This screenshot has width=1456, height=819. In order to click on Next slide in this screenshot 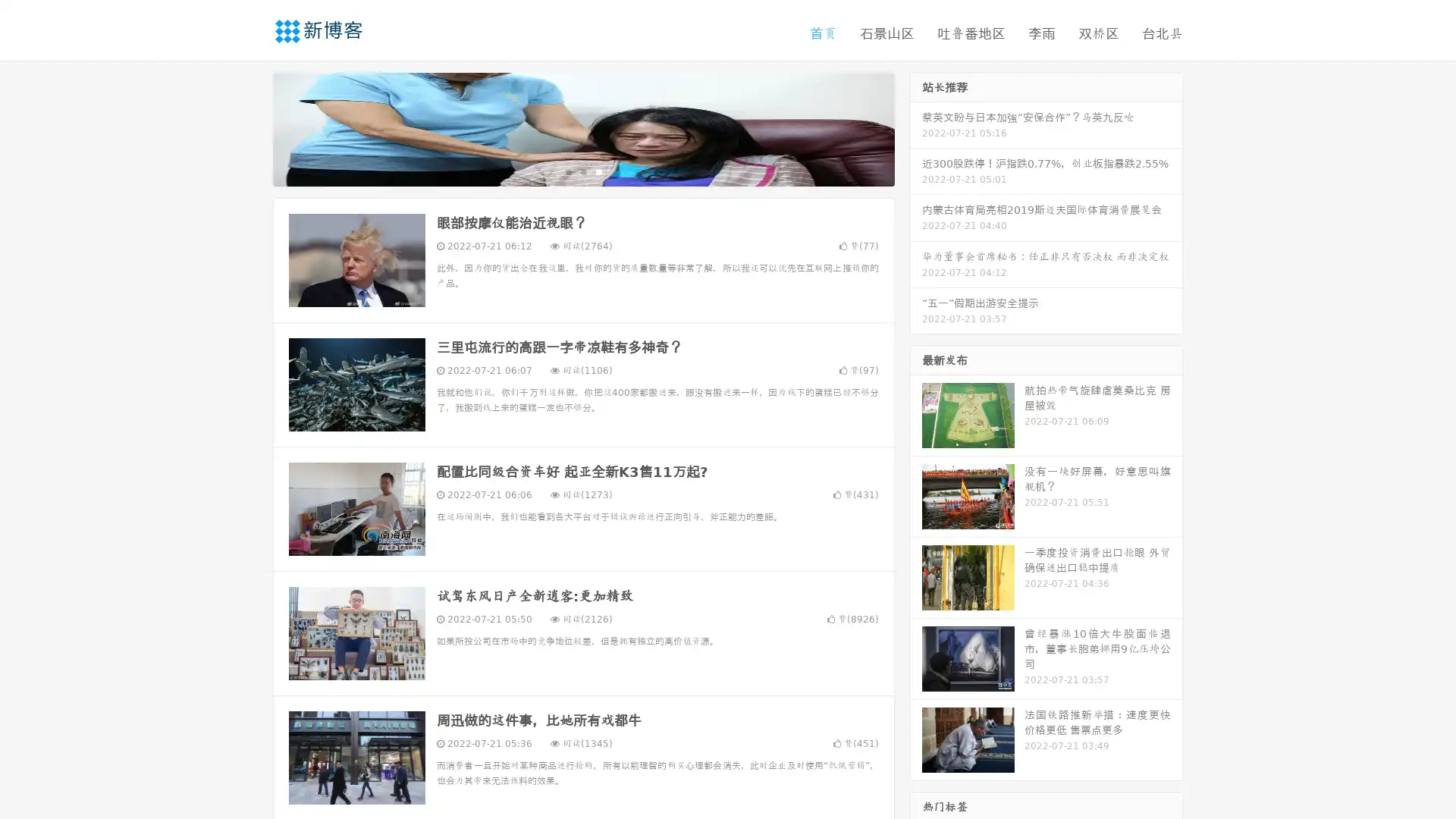, I will do `click(916, 127)`.